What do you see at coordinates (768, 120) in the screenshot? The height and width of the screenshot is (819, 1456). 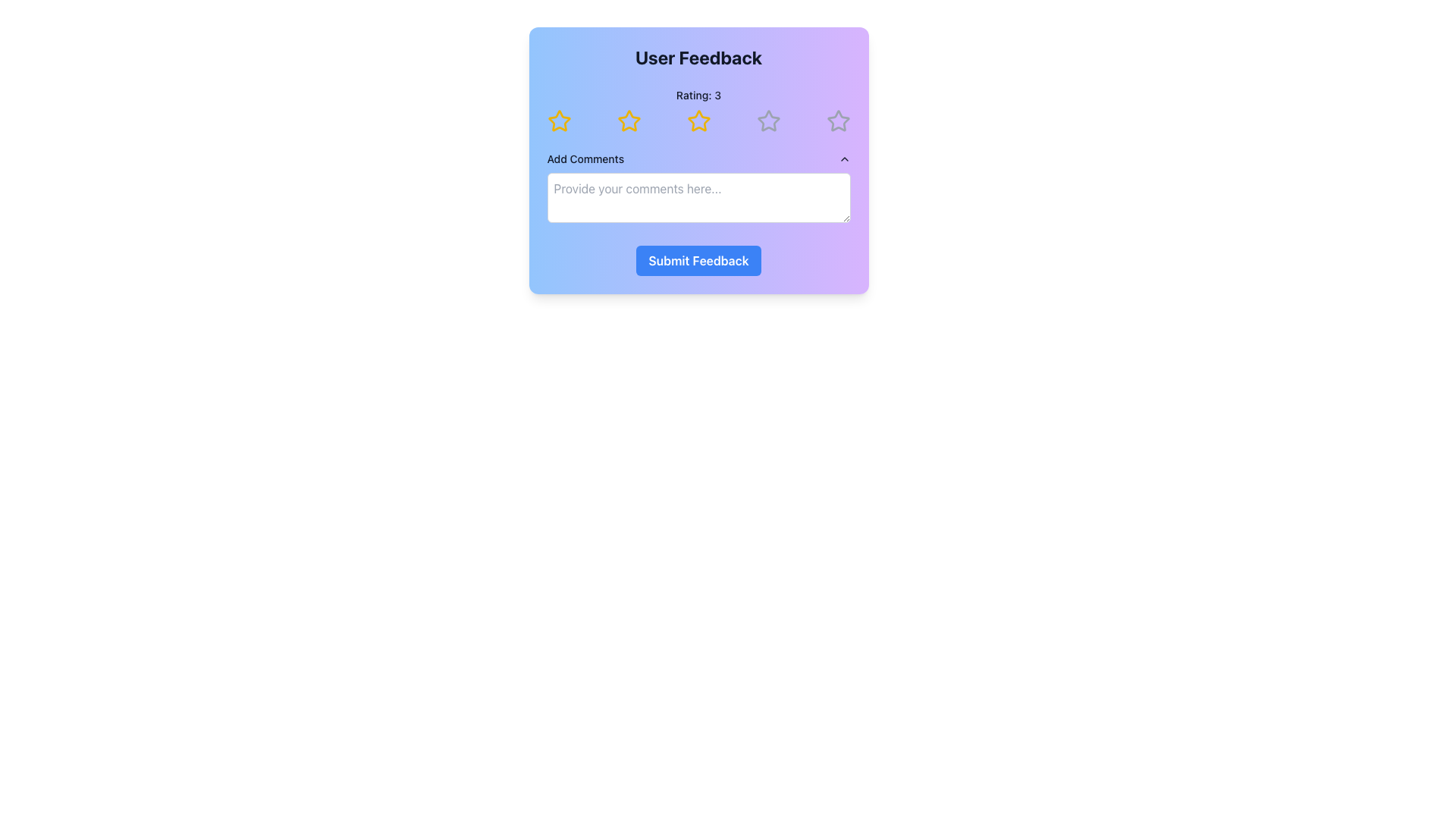 I see `the fifth star icon in the User Feedback form` at bounding box center [768, 120].